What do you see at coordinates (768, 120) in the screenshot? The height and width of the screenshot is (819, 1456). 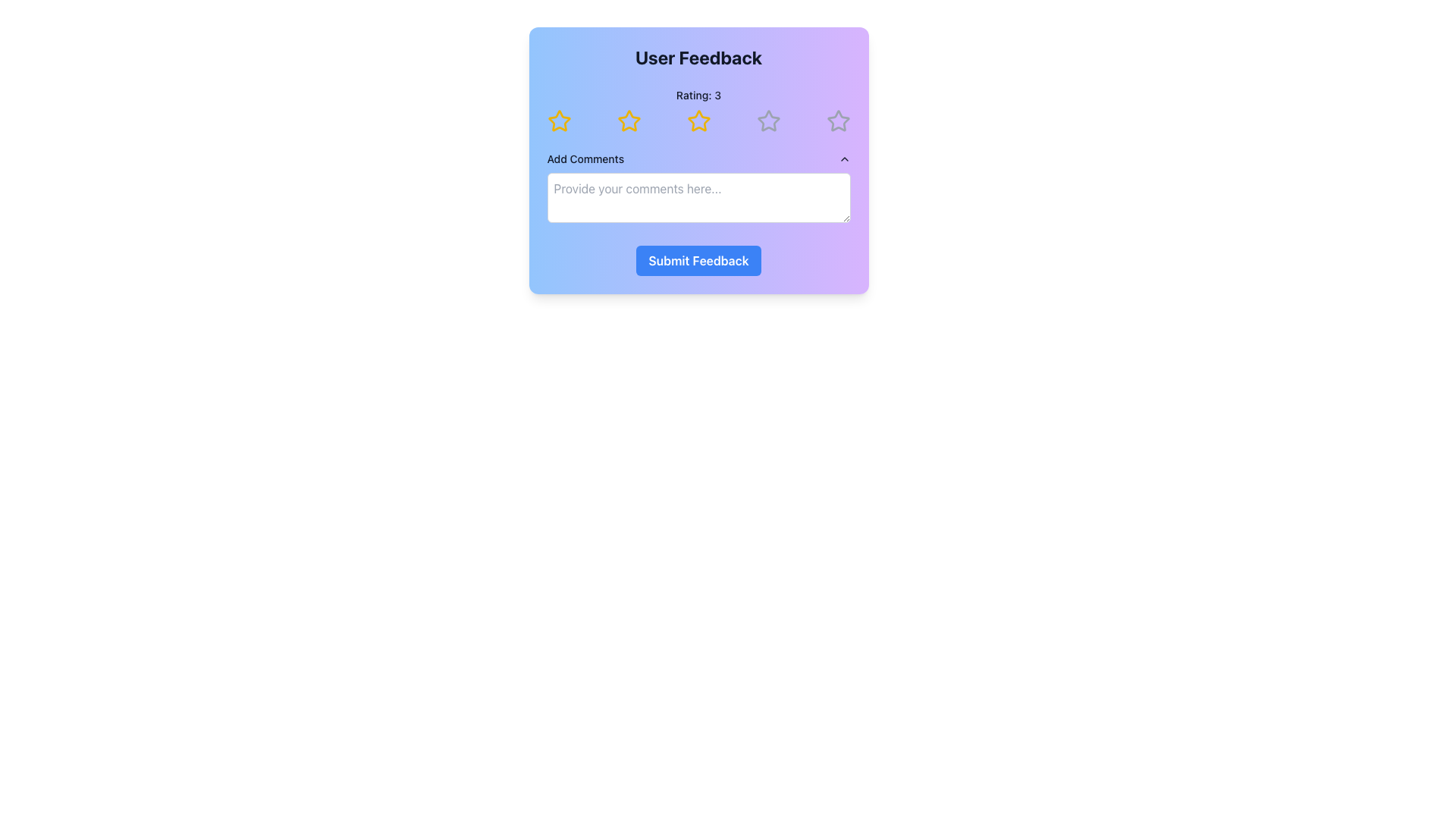 I see `the fifth star icon in the User Feedback form` at bounding box center [768, 120].